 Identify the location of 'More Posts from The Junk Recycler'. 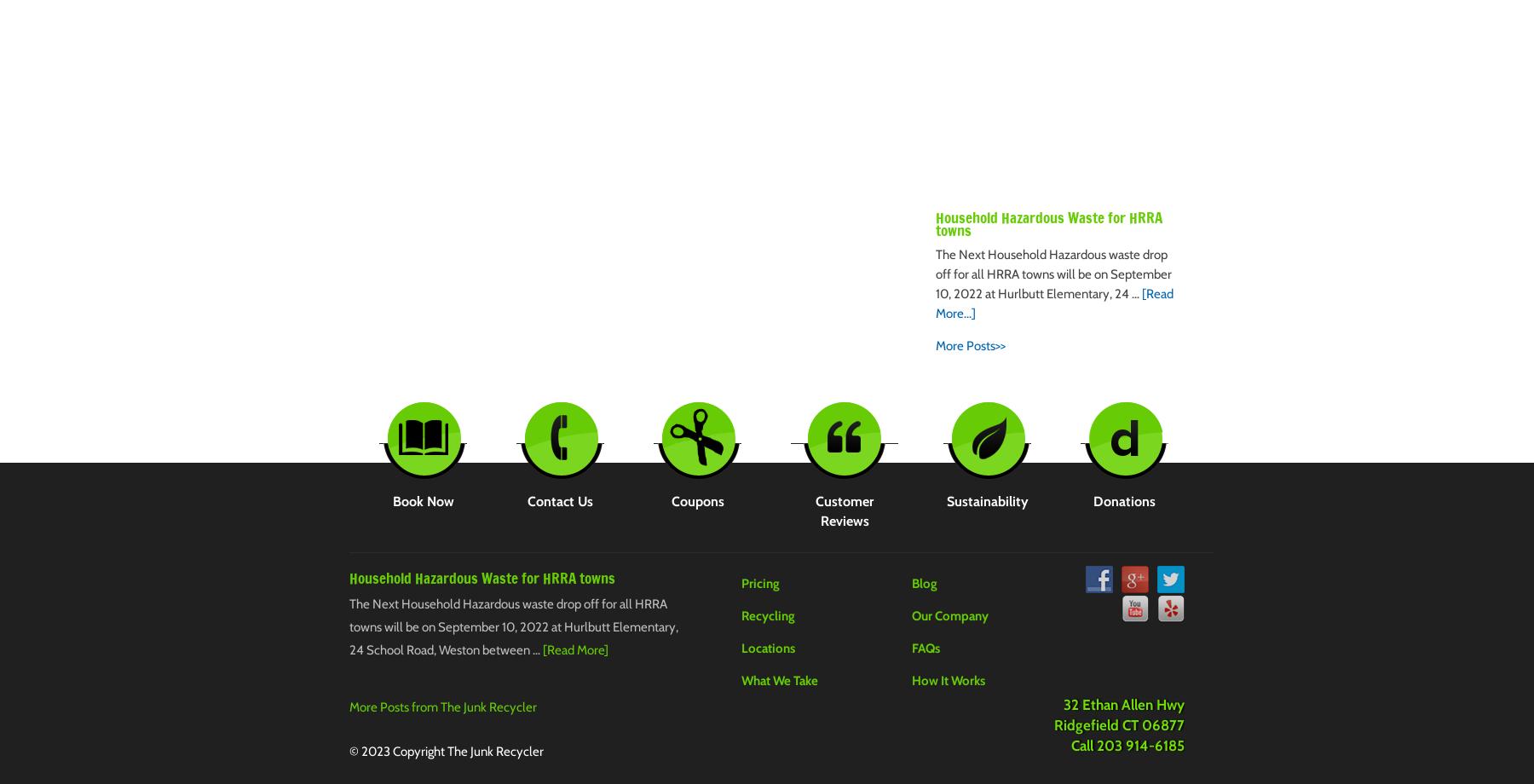
(349, 706).